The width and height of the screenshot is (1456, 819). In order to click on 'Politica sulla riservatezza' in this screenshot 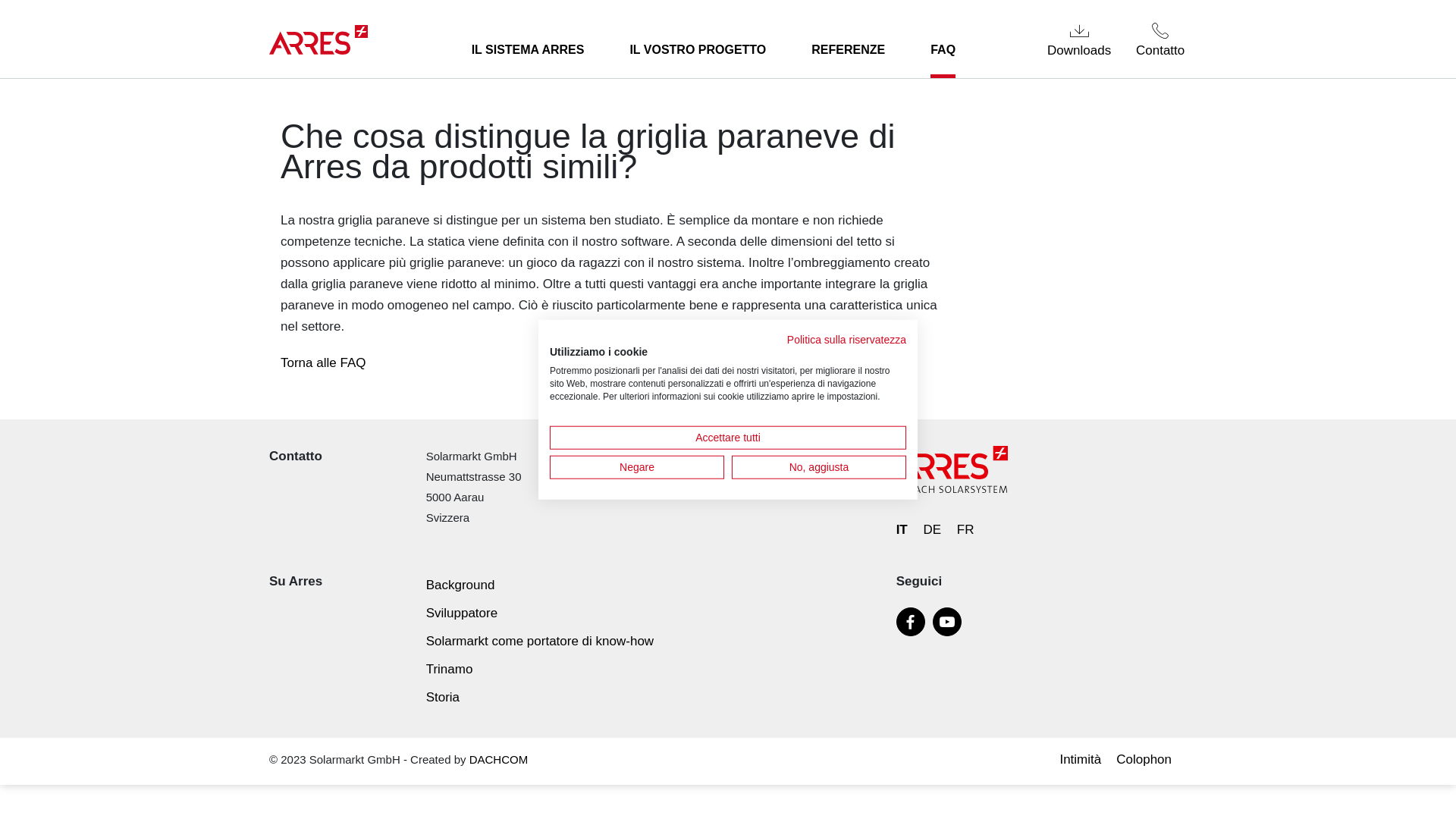, I will do `click(846, 338)`.